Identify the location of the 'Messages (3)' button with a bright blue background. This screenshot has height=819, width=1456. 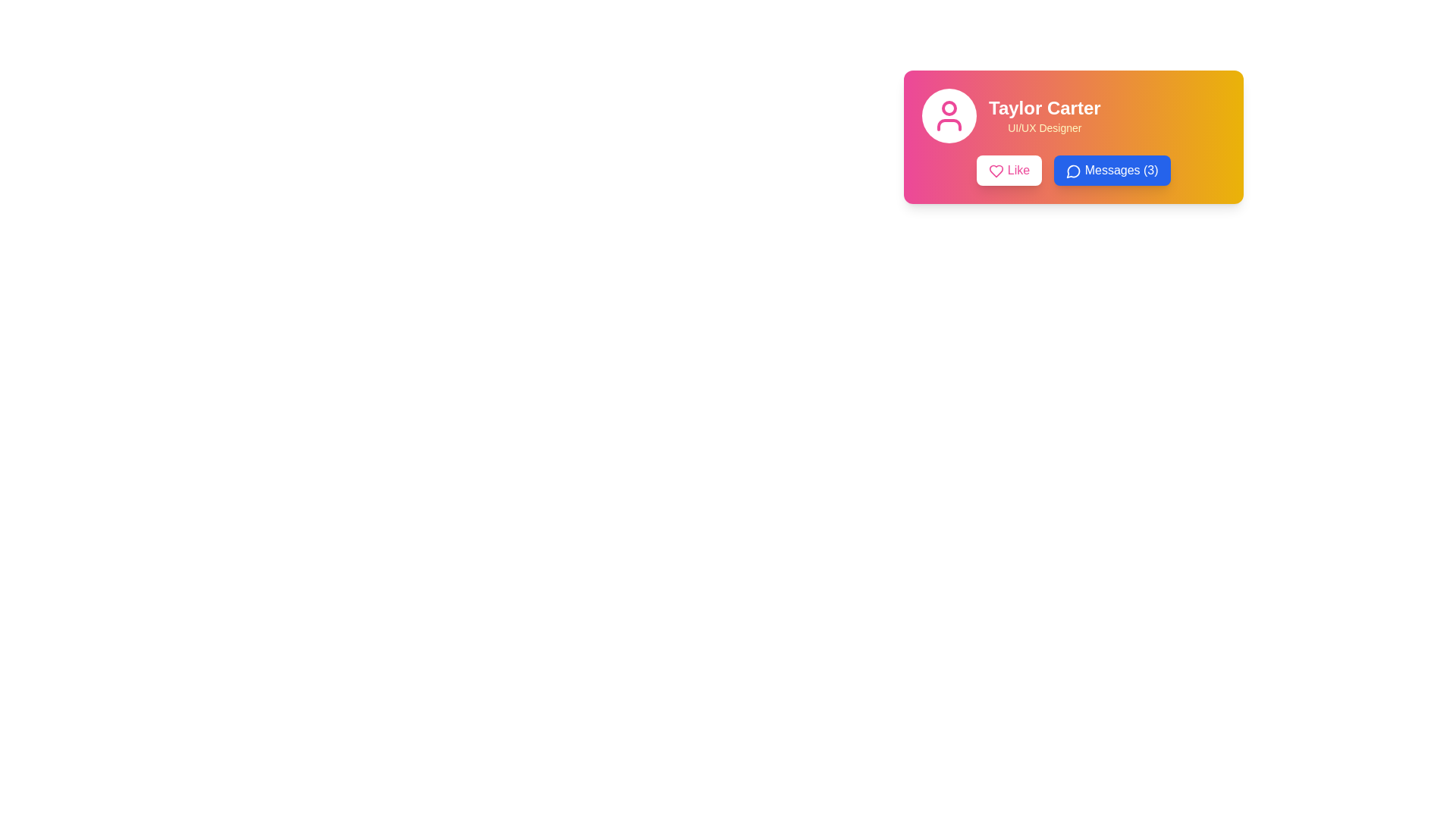
(1112, 170).